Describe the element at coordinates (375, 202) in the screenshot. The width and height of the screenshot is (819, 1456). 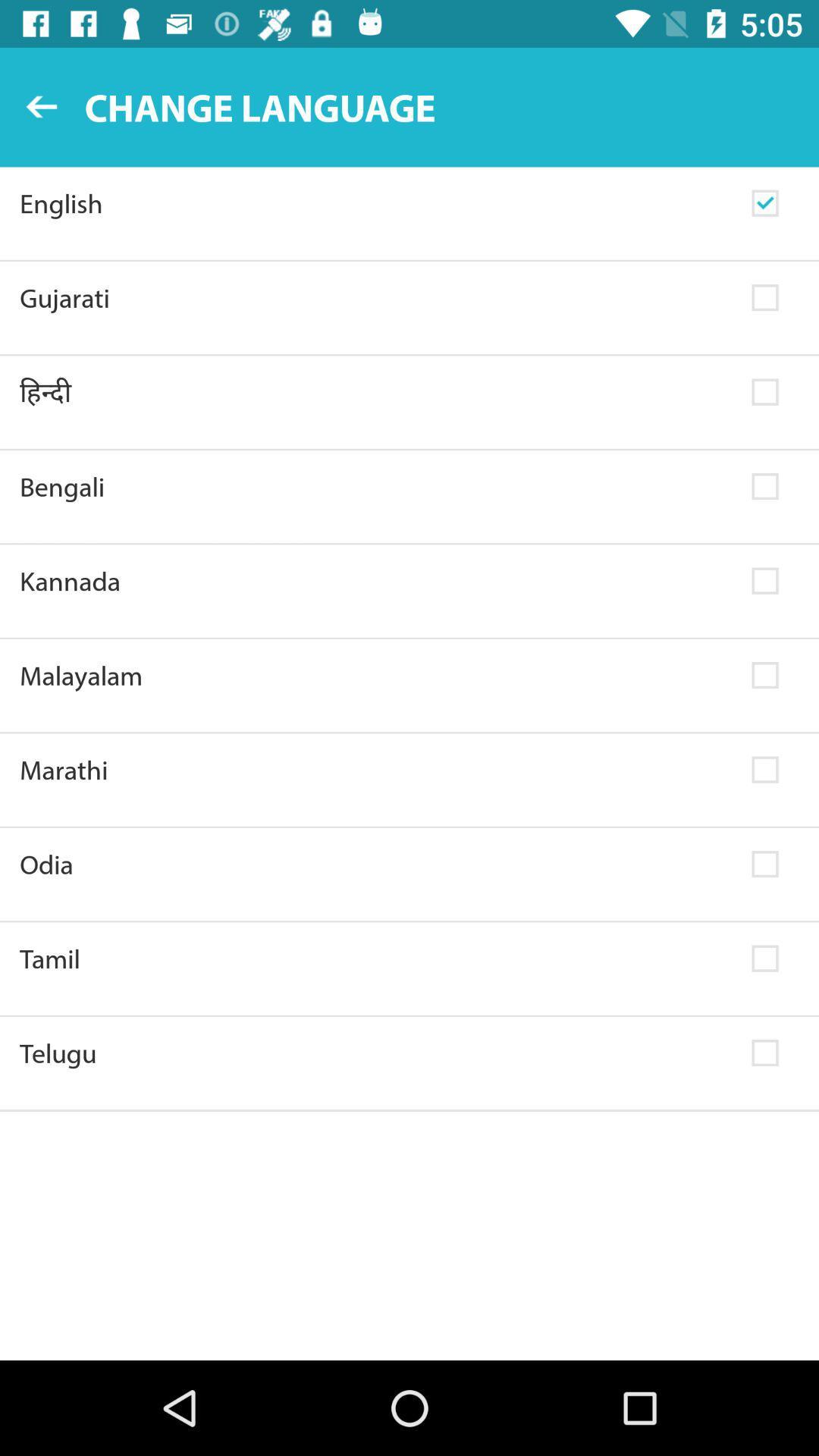
I see `english` at that location.